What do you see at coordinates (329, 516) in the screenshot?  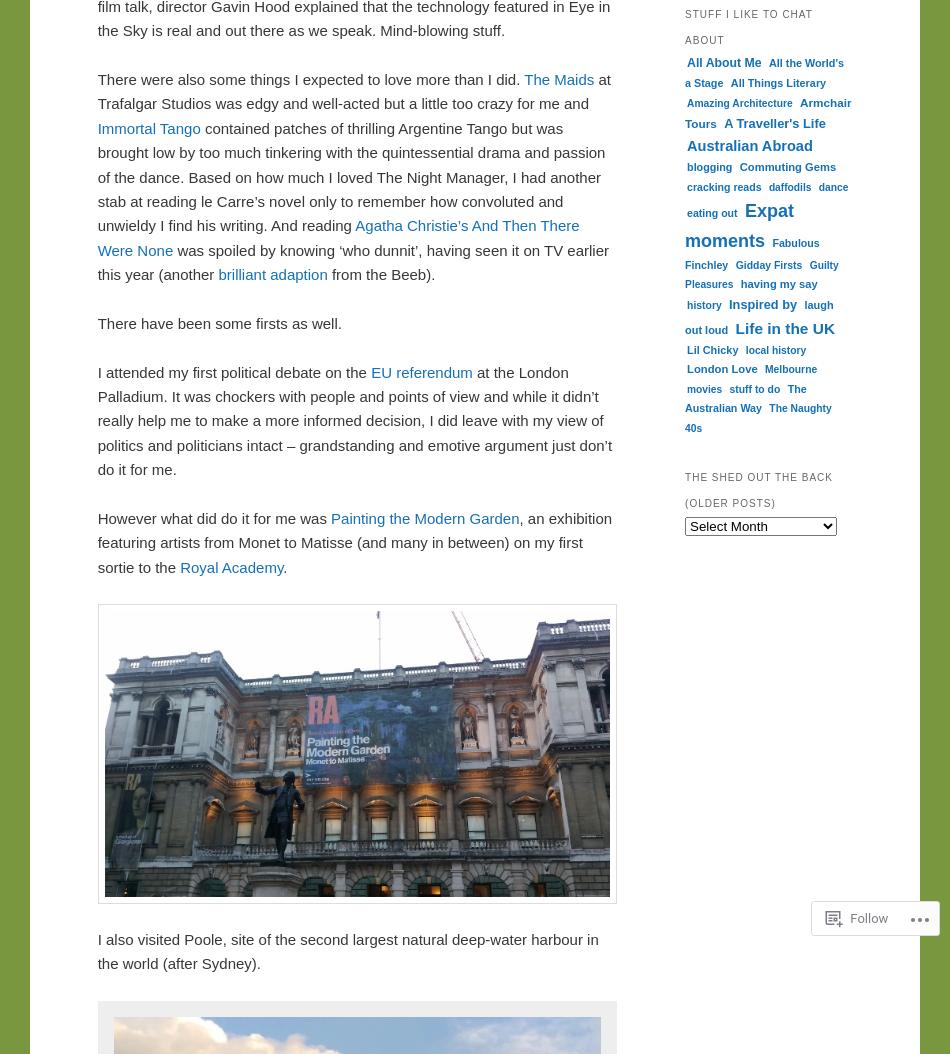 I see `'Painting the Modern Garden'` at bounding box center [329, 516].